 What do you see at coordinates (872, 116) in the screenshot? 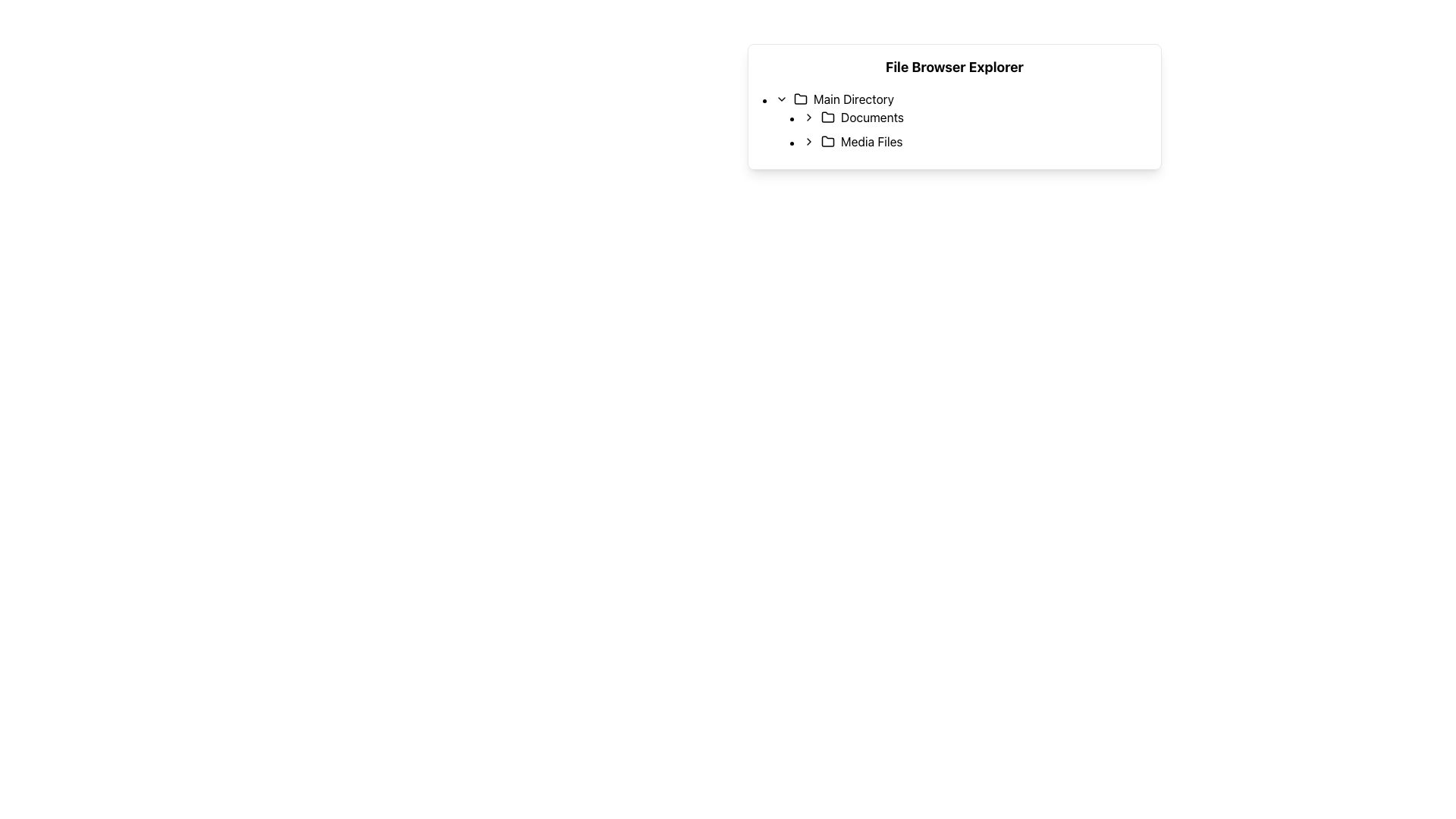
I see `the 'Documents' text label located beneath 'Main Directory'` at bounding box center [872, 116].